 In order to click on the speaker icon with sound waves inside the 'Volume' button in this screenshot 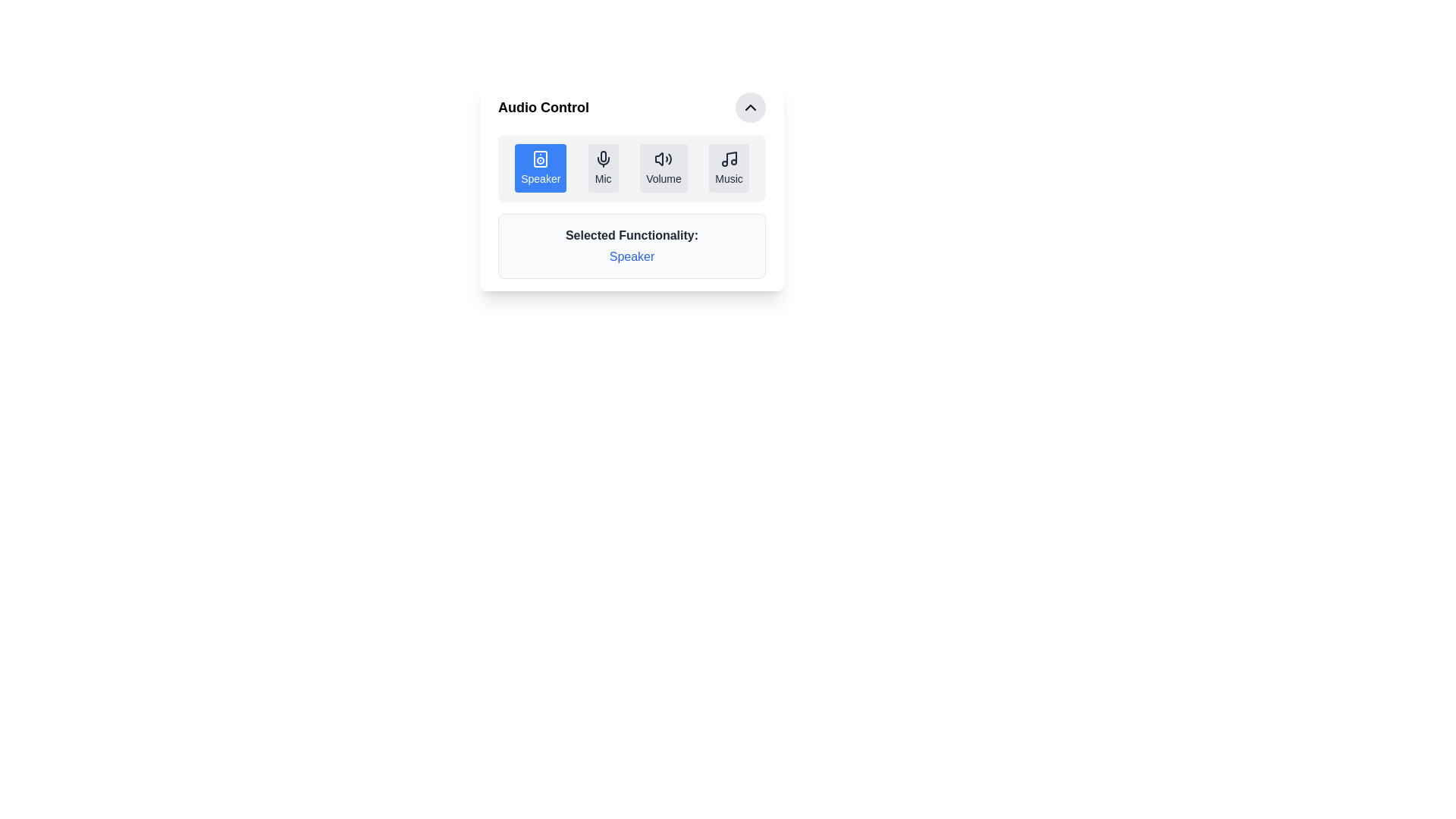, I will do `click(664, 158)`.